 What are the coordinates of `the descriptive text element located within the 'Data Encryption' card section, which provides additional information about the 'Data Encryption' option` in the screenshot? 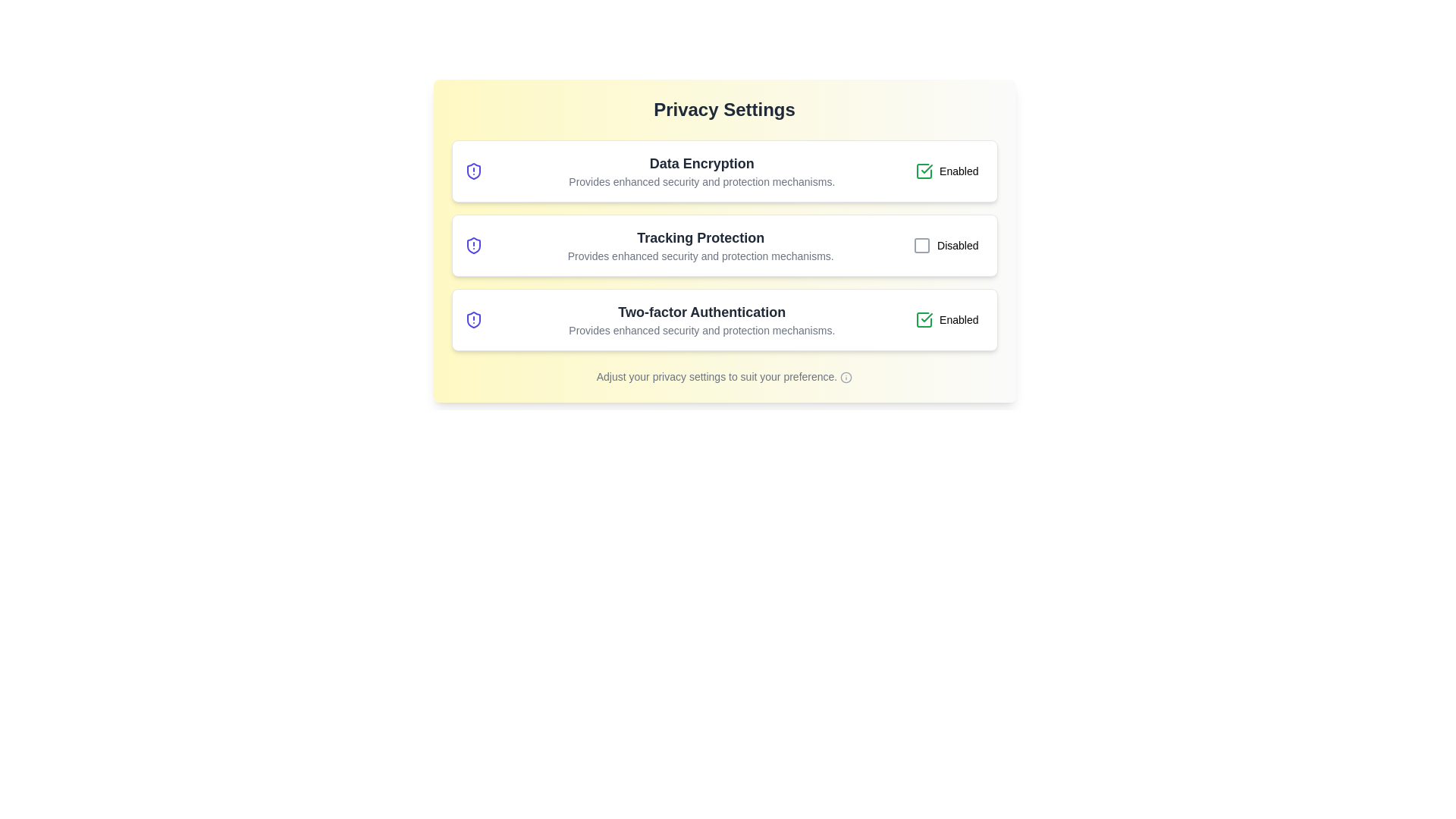 It's located at (701, 180).